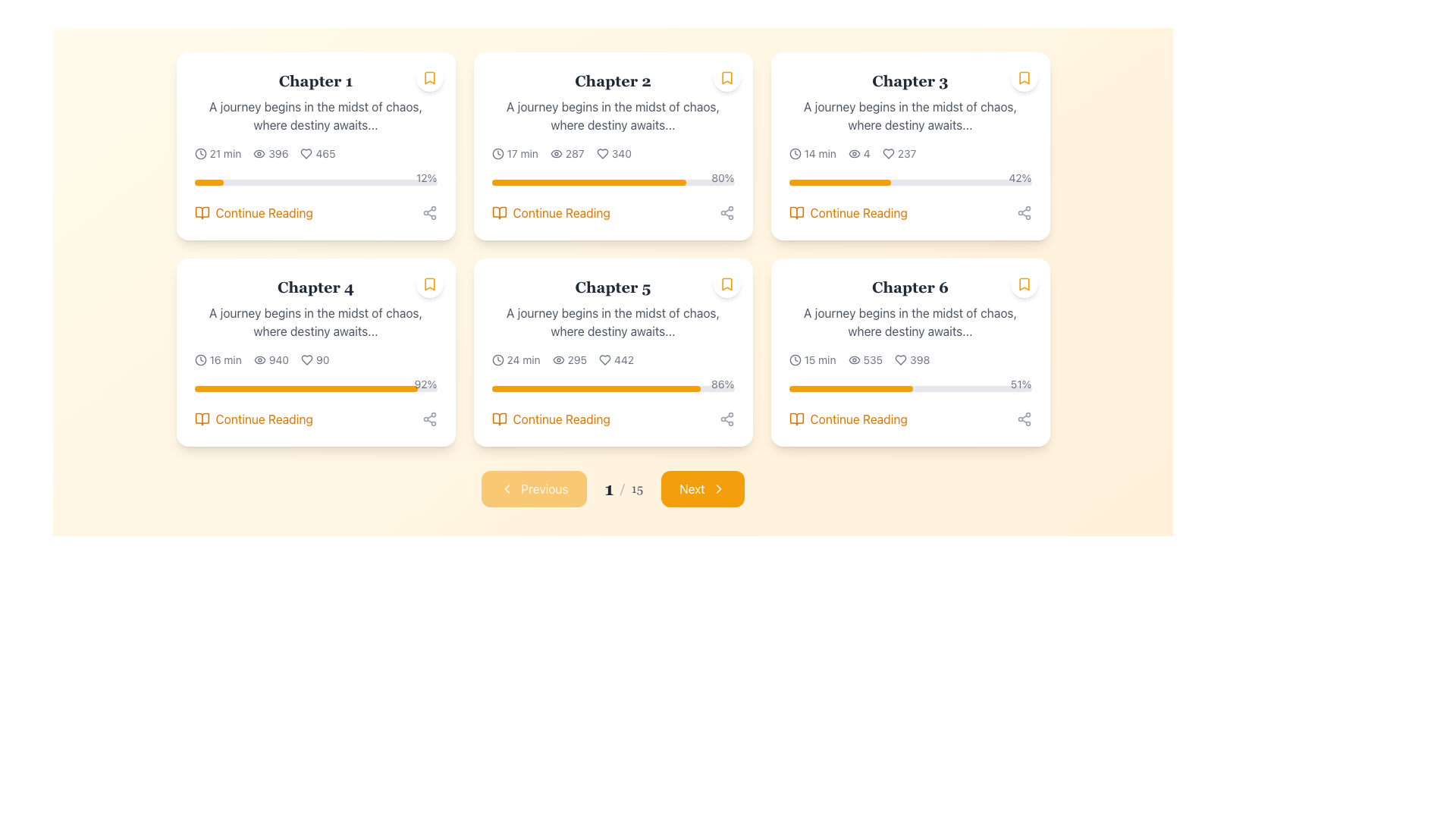 This screenshot has width=1456, height=819. I want to click on the informational text element that displays the estimated reading time for 'Chapter 6', located in the sixth card of the grid under the chapter title, so click(811, 359).